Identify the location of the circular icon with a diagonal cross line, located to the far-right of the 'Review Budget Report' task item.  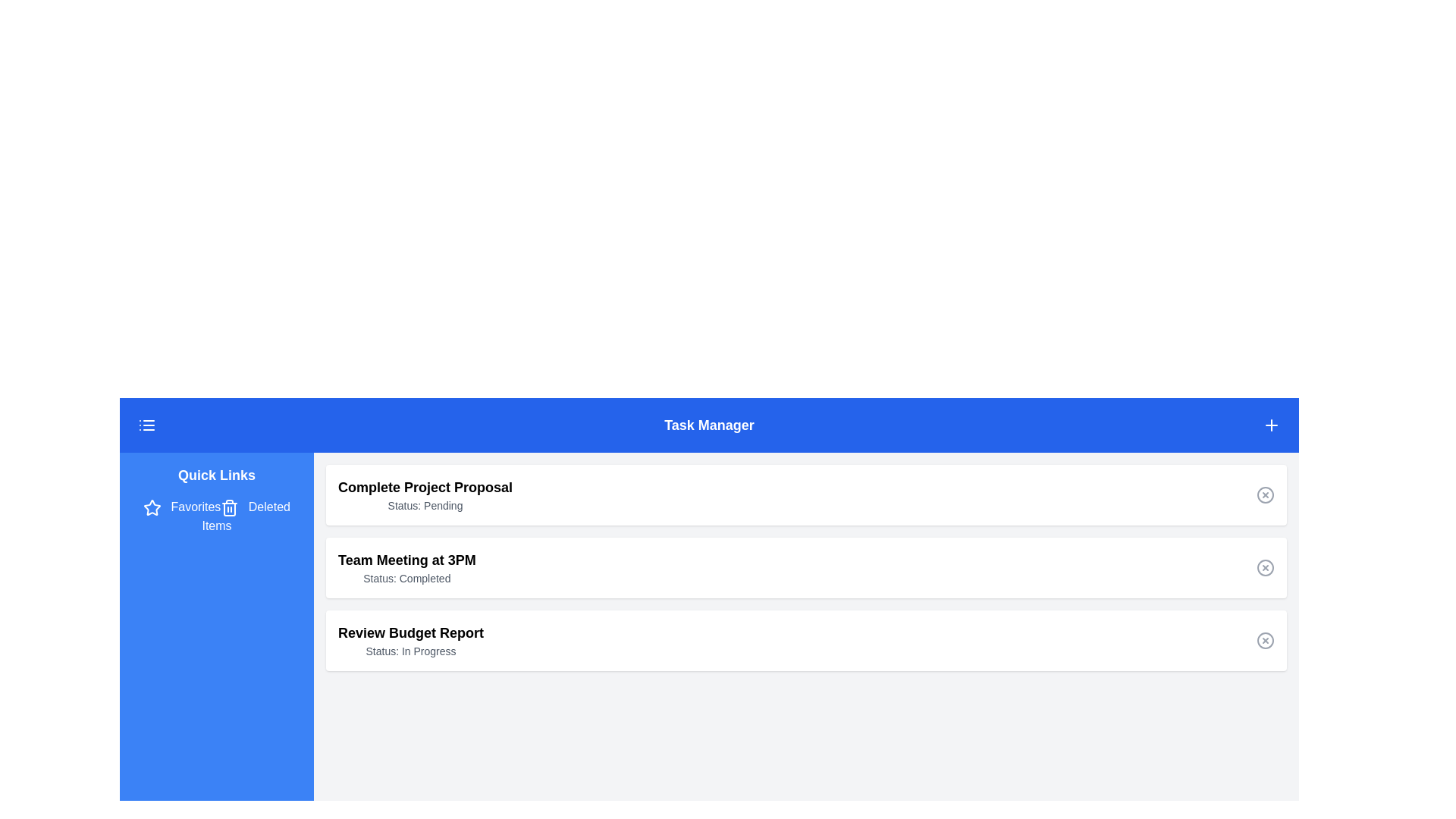
(1266, 640).